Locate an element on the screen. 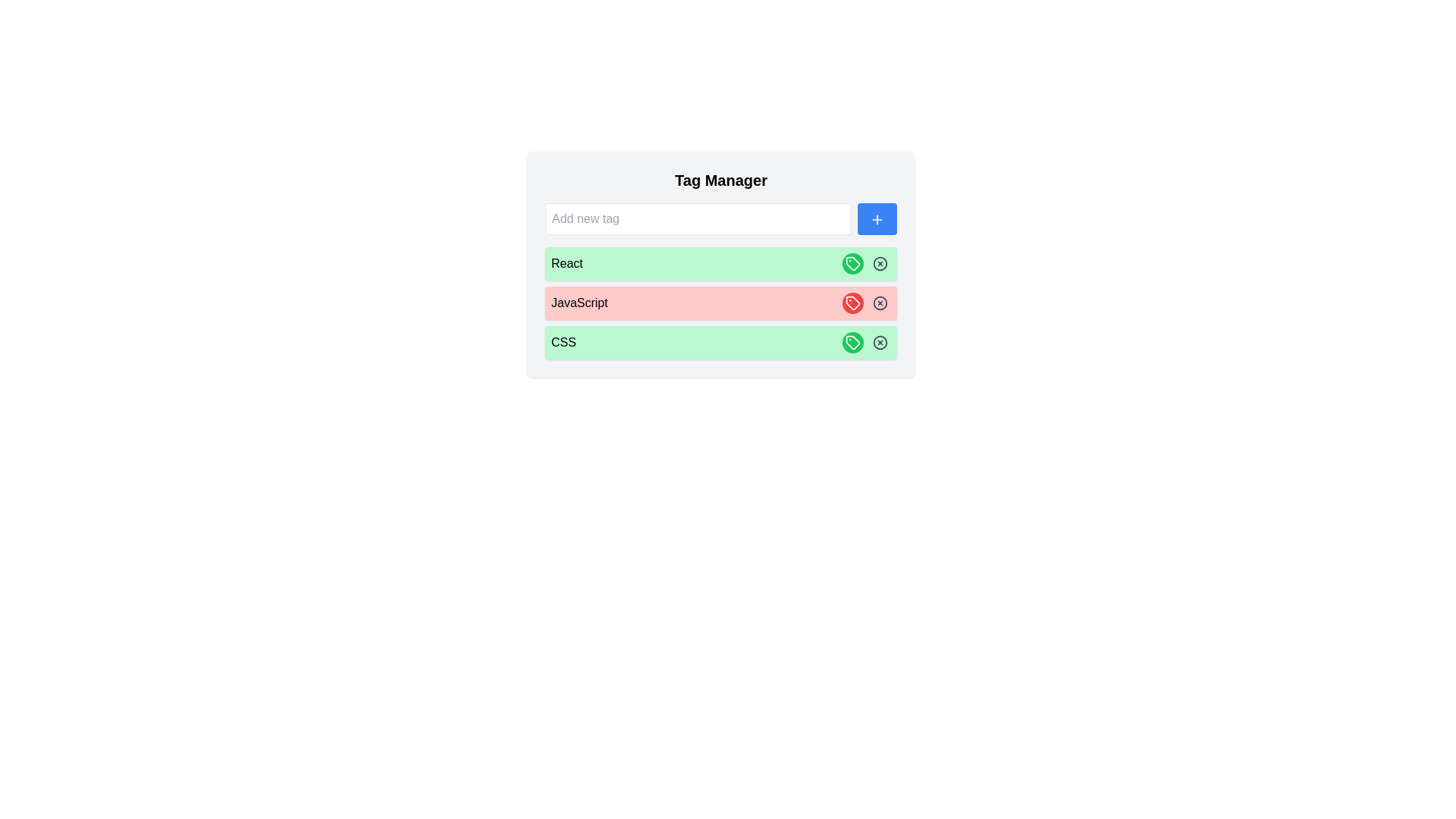 This screenshot has height=819, width=1456. the tag labeled React is located at coordinates (852, 262).